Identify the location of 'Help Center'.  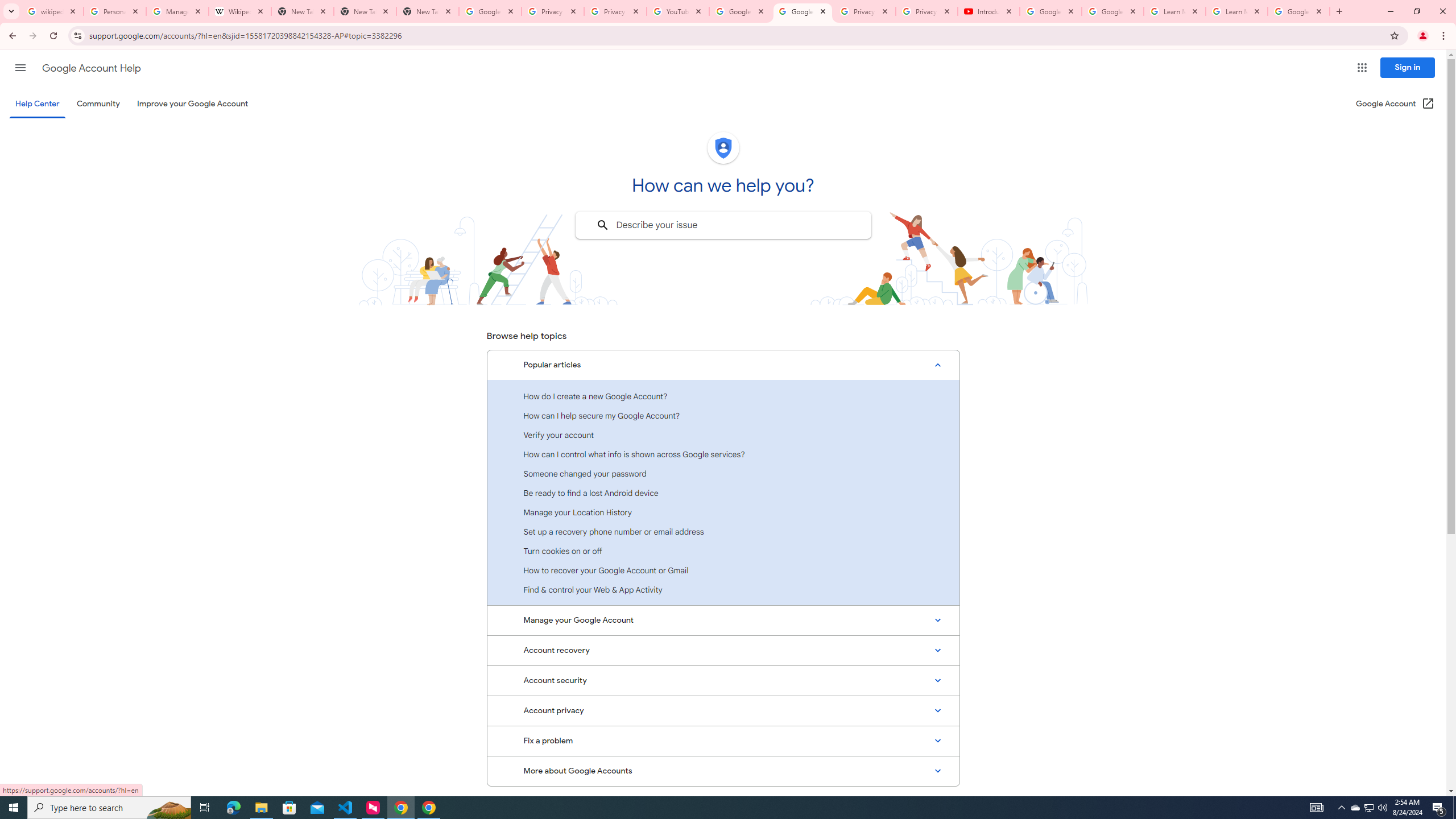
(37, 103).